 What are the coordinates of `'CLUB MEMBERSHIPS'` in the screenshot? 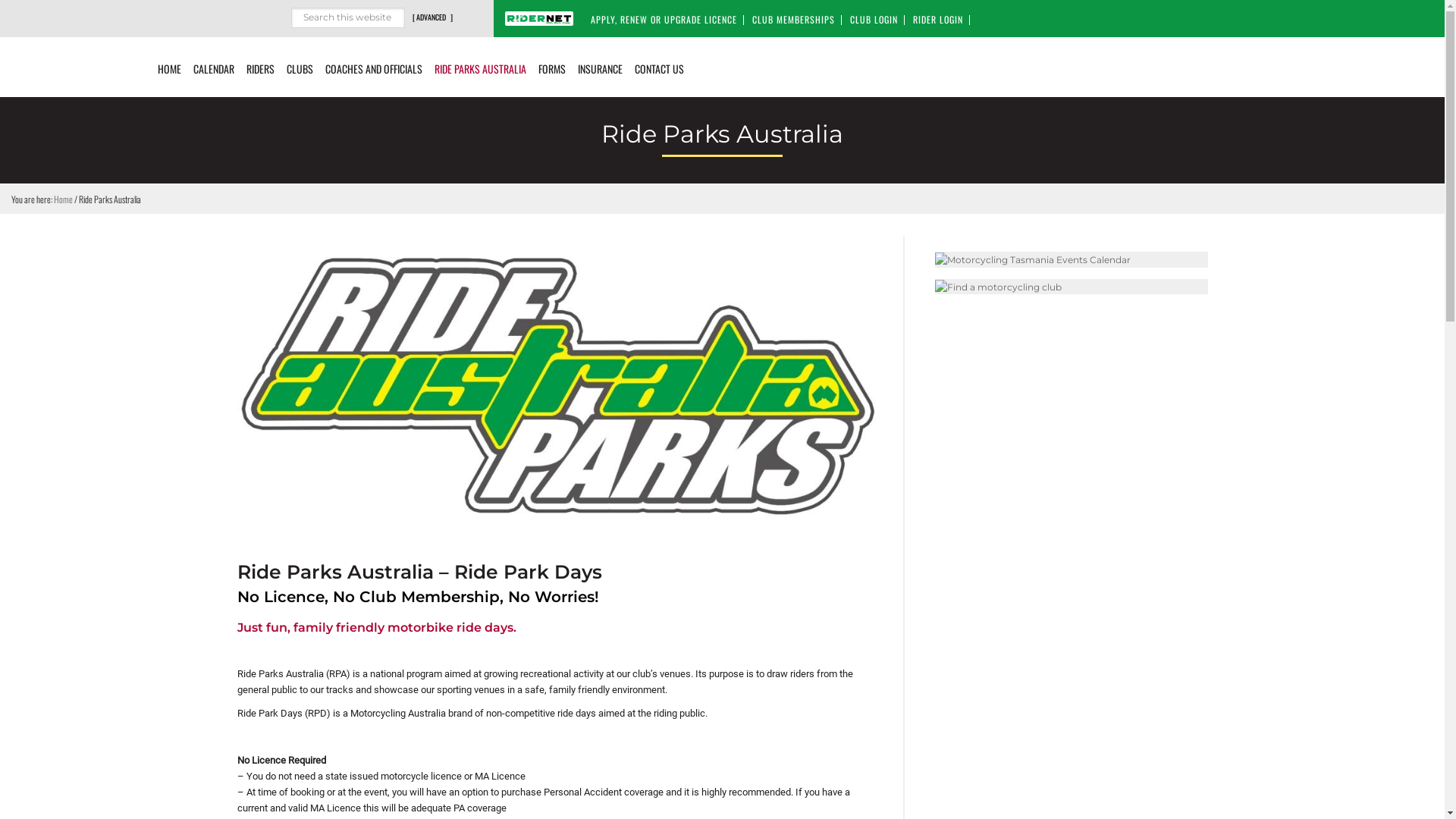 It's located at (792, 19).